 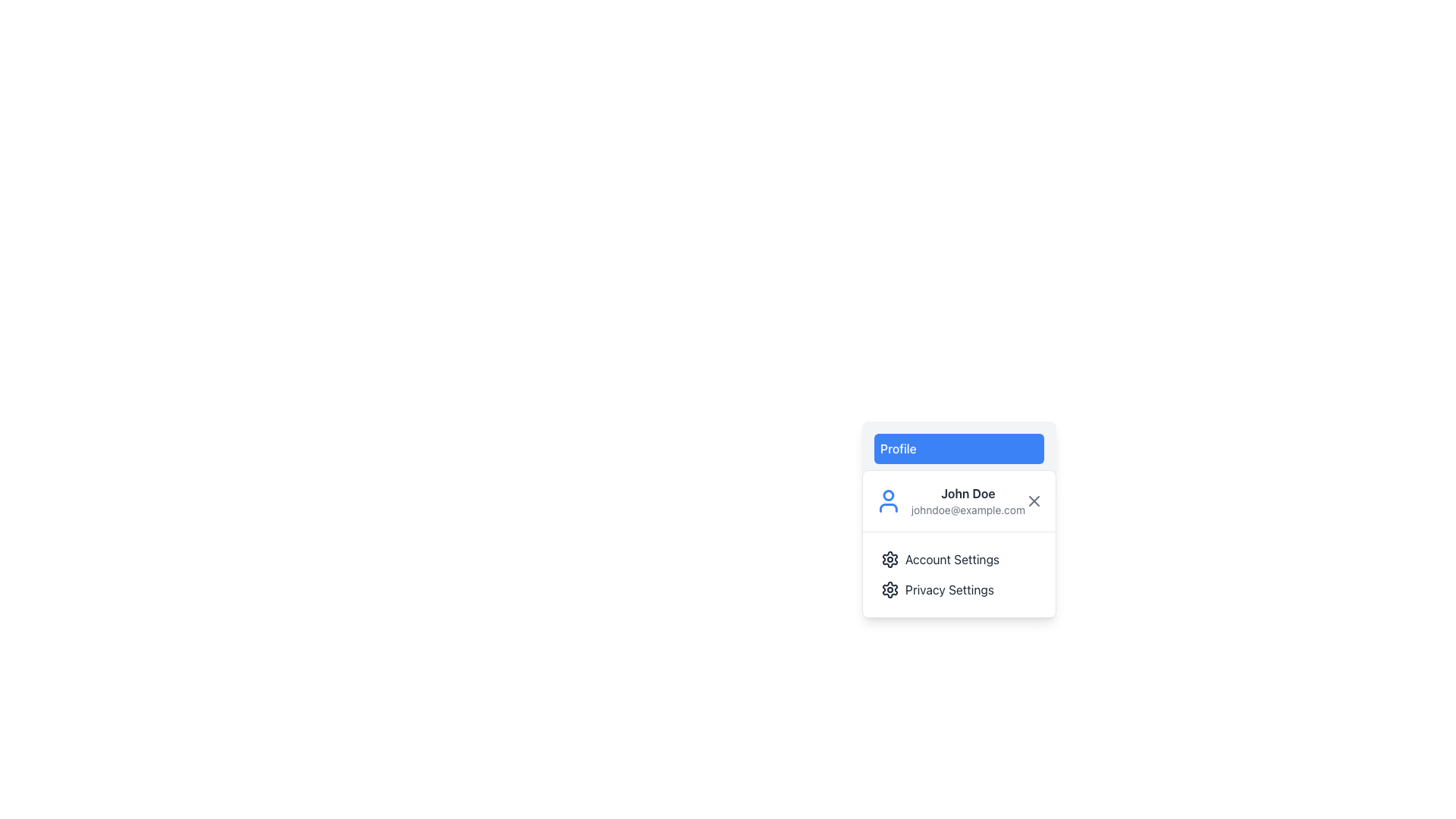 I want to click on the static text element 'John Doe' located at the top center of the dropdown menu, which is visually distinct with a bold font style, so click(x=967, y=494).